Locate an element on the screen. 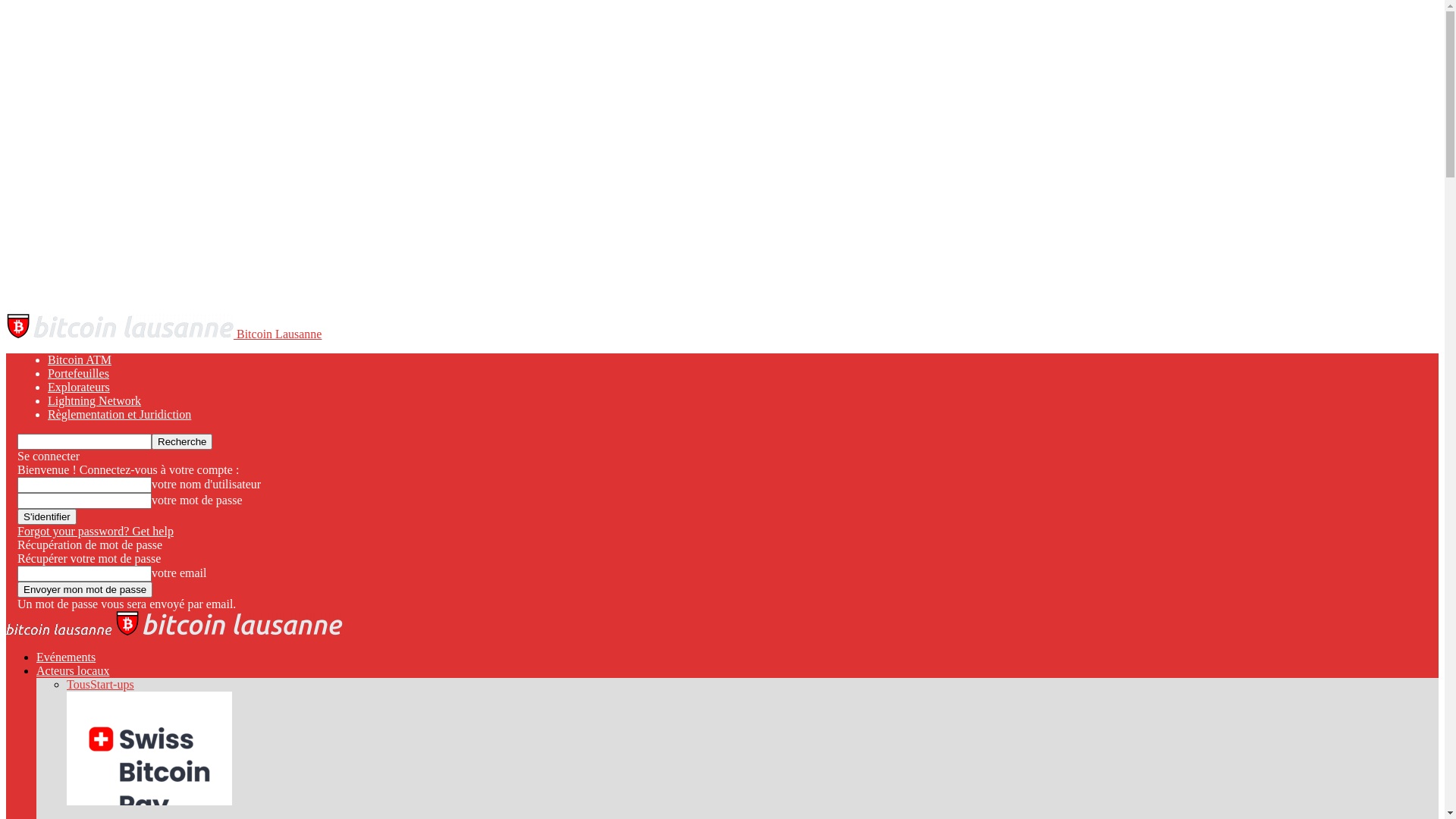 The width and height of the screenshot is (1456, 819). 'Bitcoin ATM' is located at coordinates (47, 359).